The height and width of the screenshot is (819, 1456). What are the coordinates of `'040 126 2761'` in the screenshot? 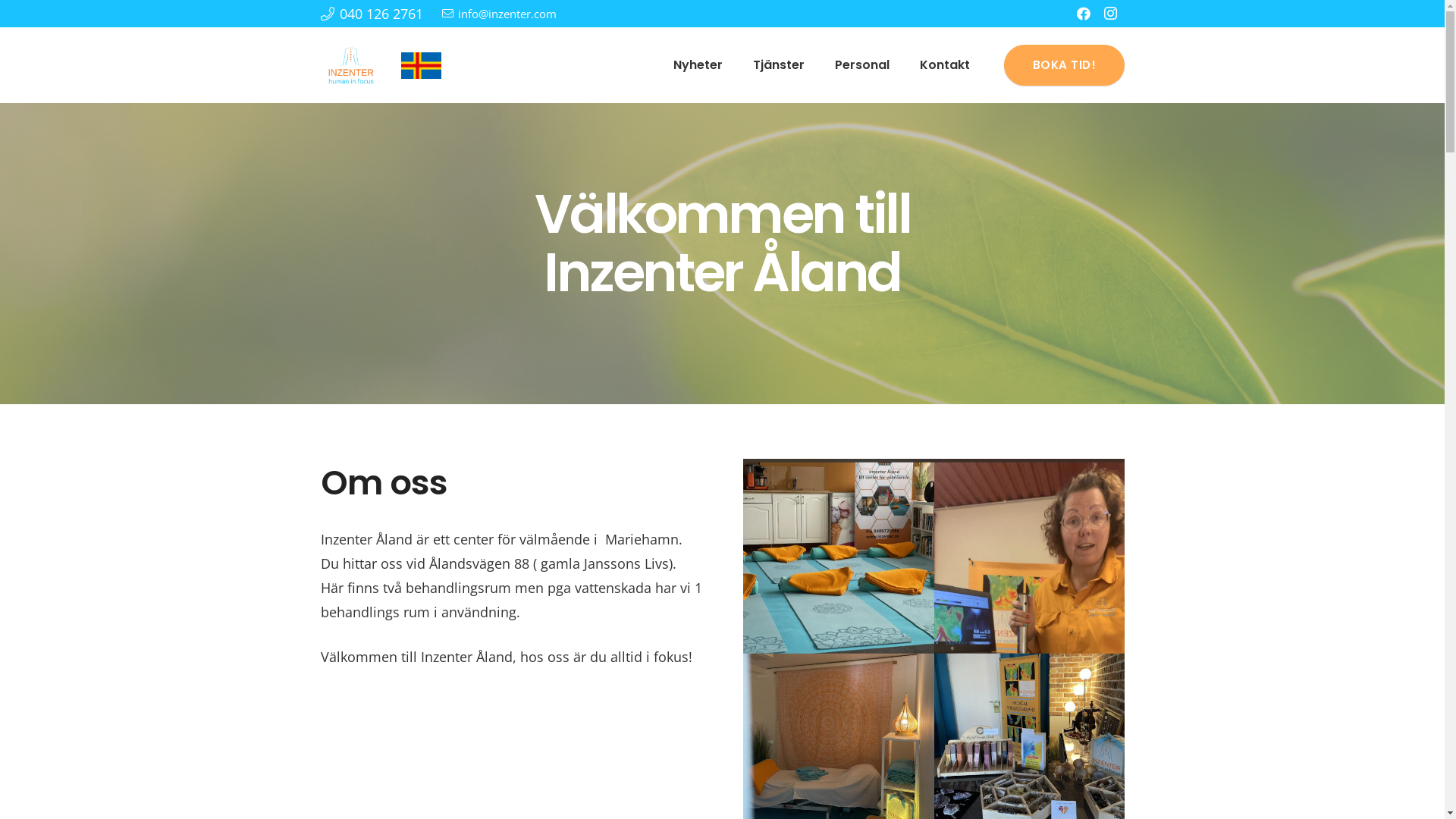 It's located at (371, 14).